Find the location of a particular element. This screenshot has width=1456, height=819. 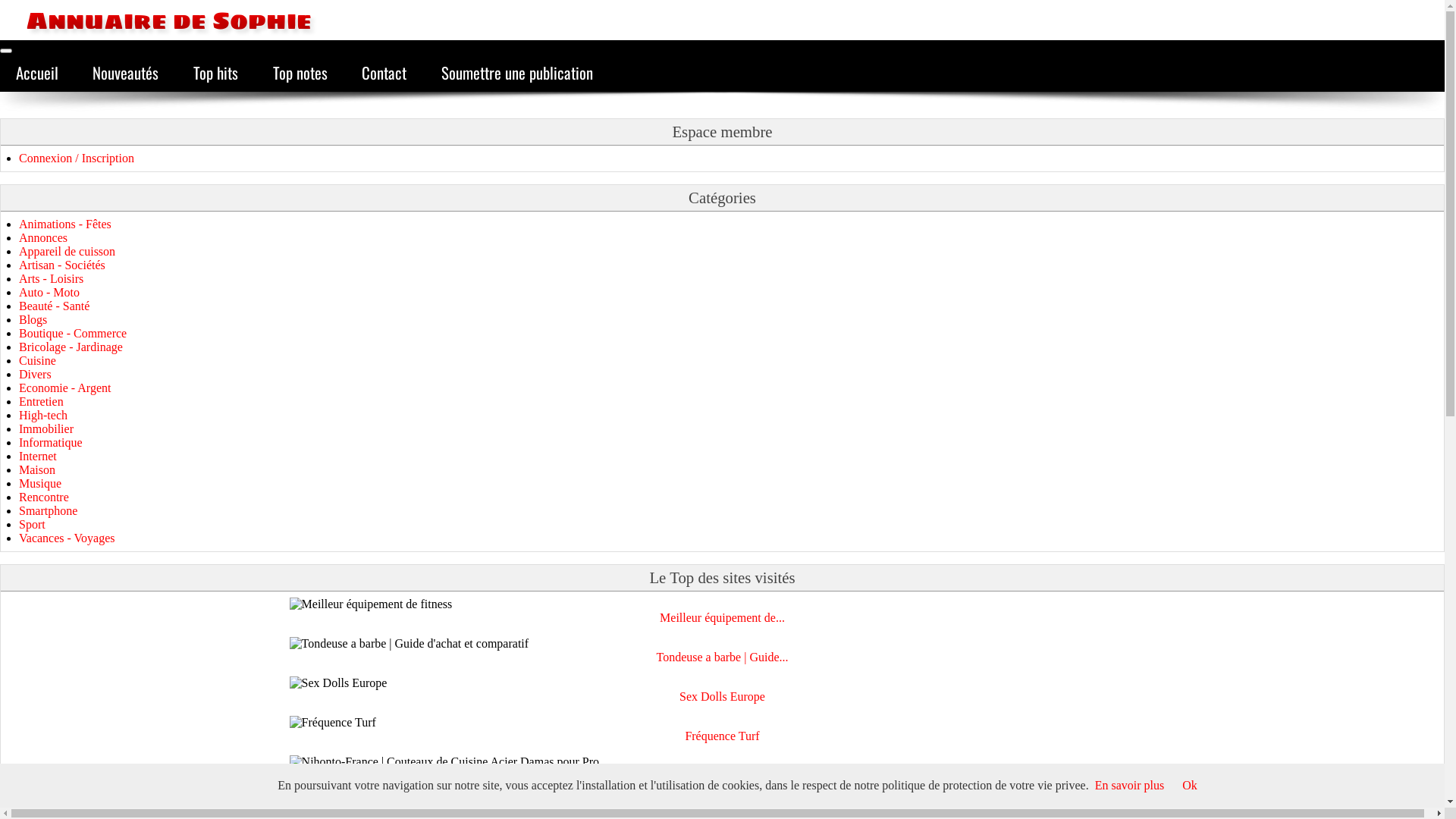

'Bricolage - Jardinage' is located at coordinates (70, 347).